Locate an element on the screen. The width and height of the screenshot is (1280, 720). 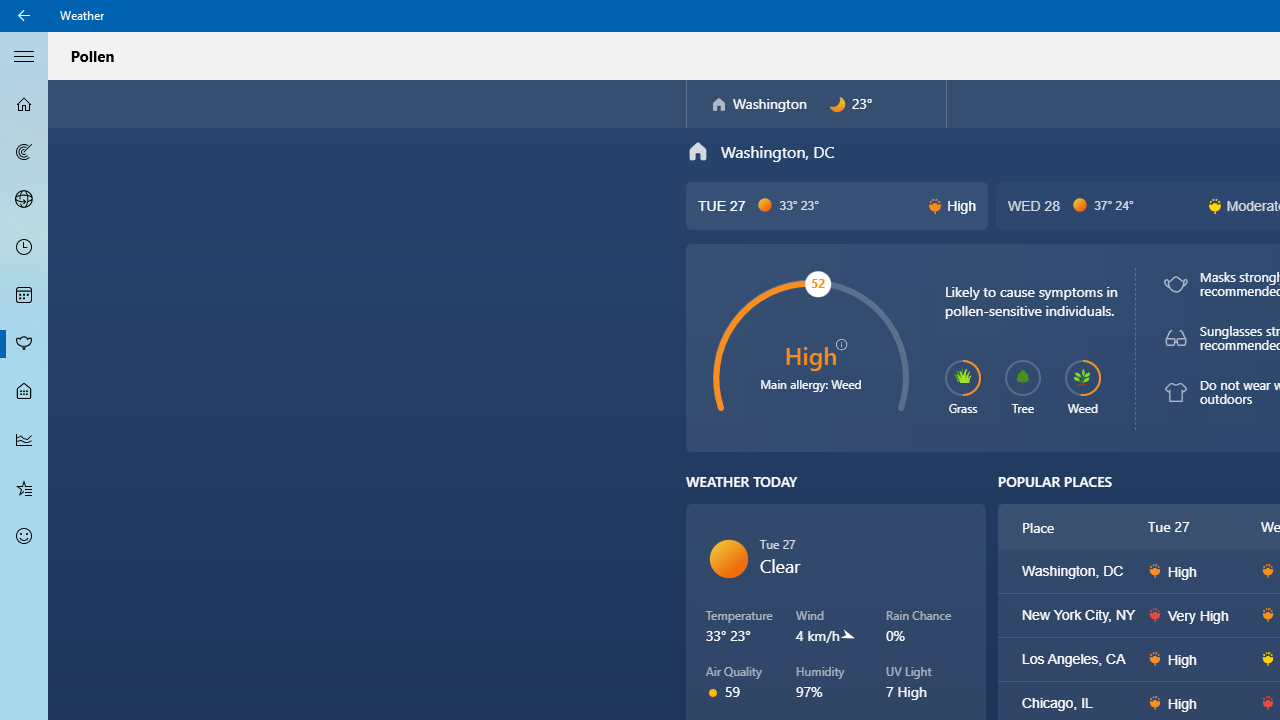
'Favorites - Not Selected' is located at coordinates (24, 487).